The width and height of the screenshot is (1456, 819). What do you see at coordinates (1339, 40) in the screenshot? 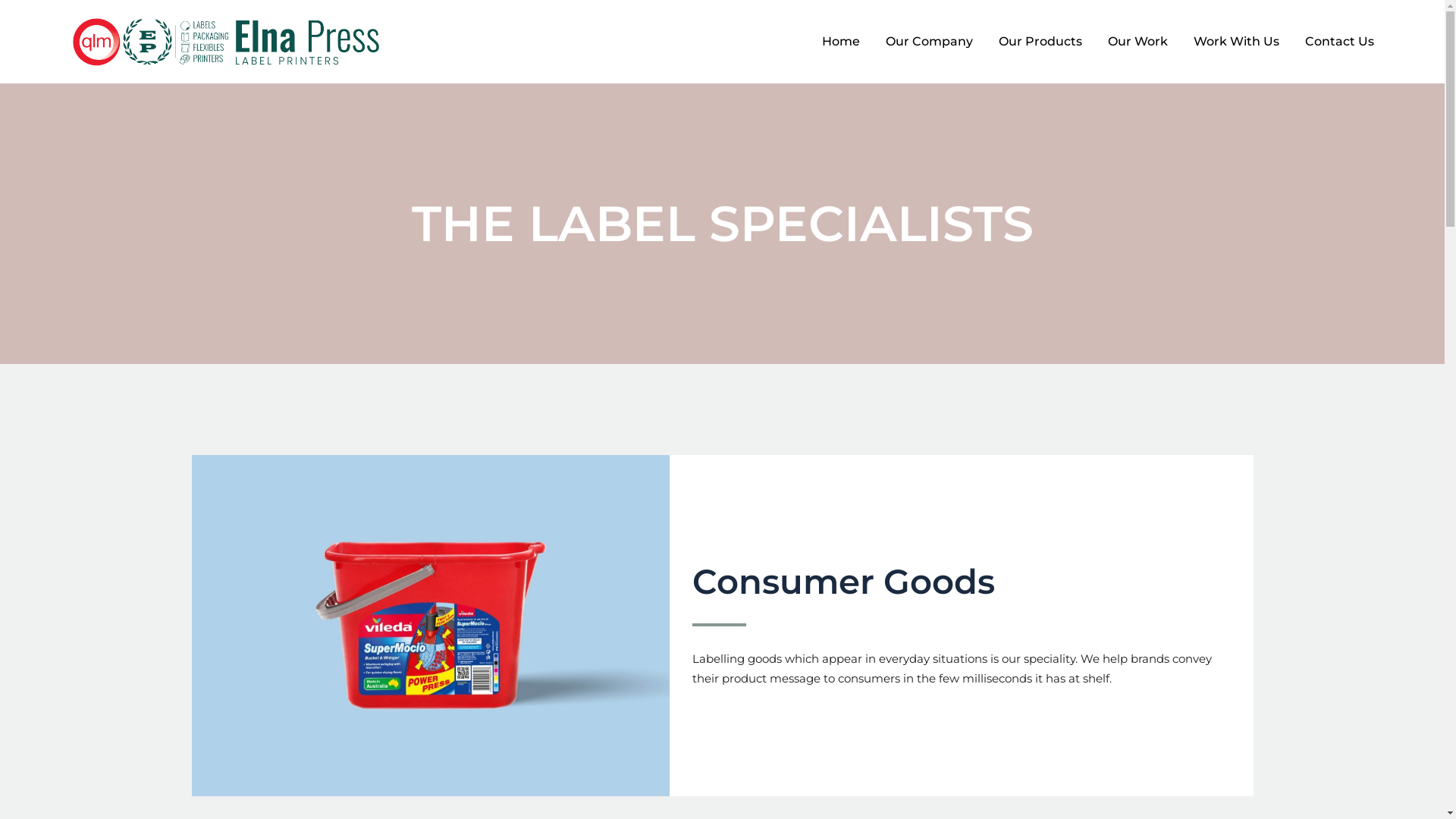
I see `'Contact Us'` at bounding box center [1339, 40].